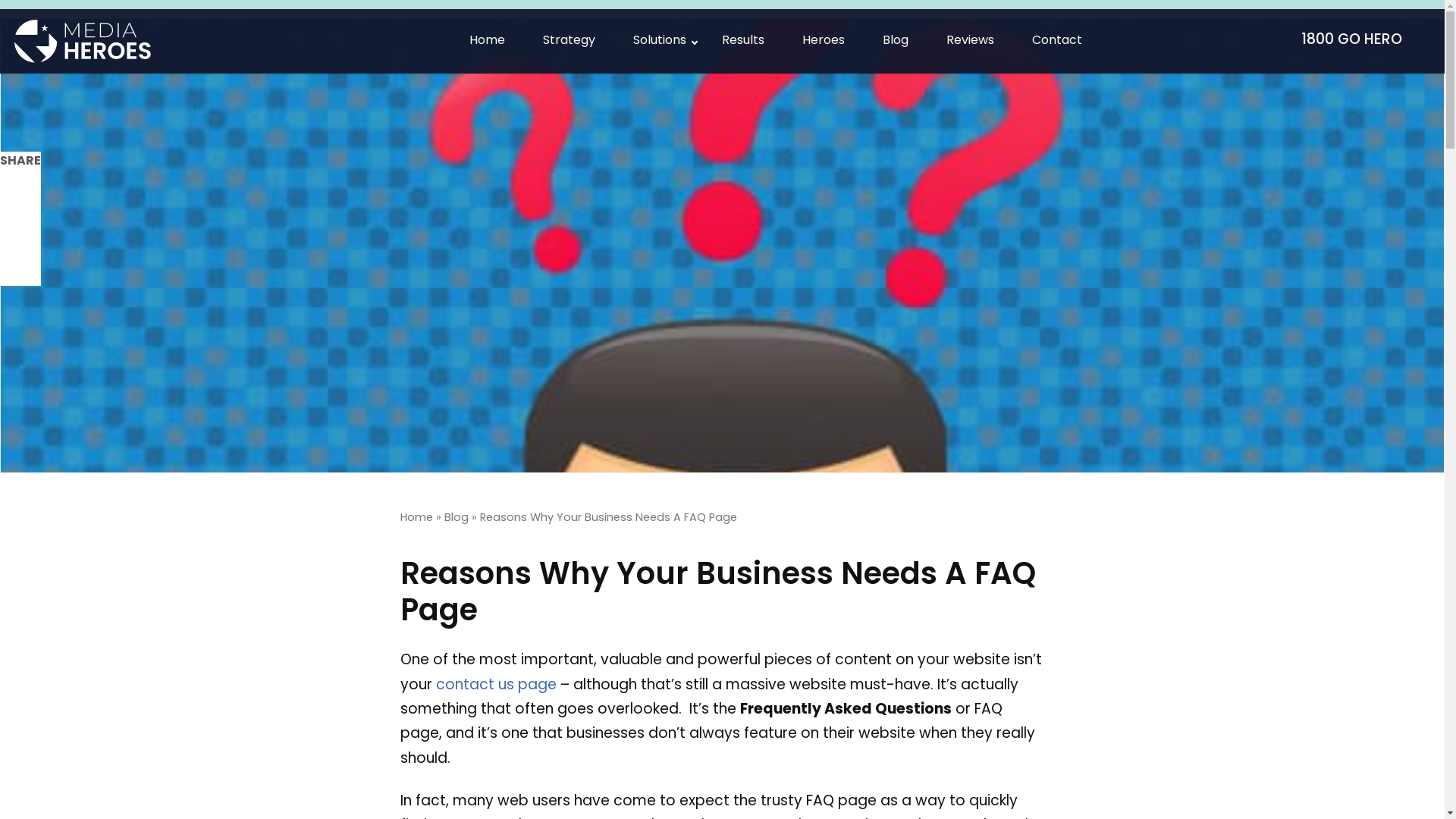 This screenshot has height=819, width=1456. Describe the element at coordinates (568, 40) in the screenshot. I see `'Strategy'` at that location.